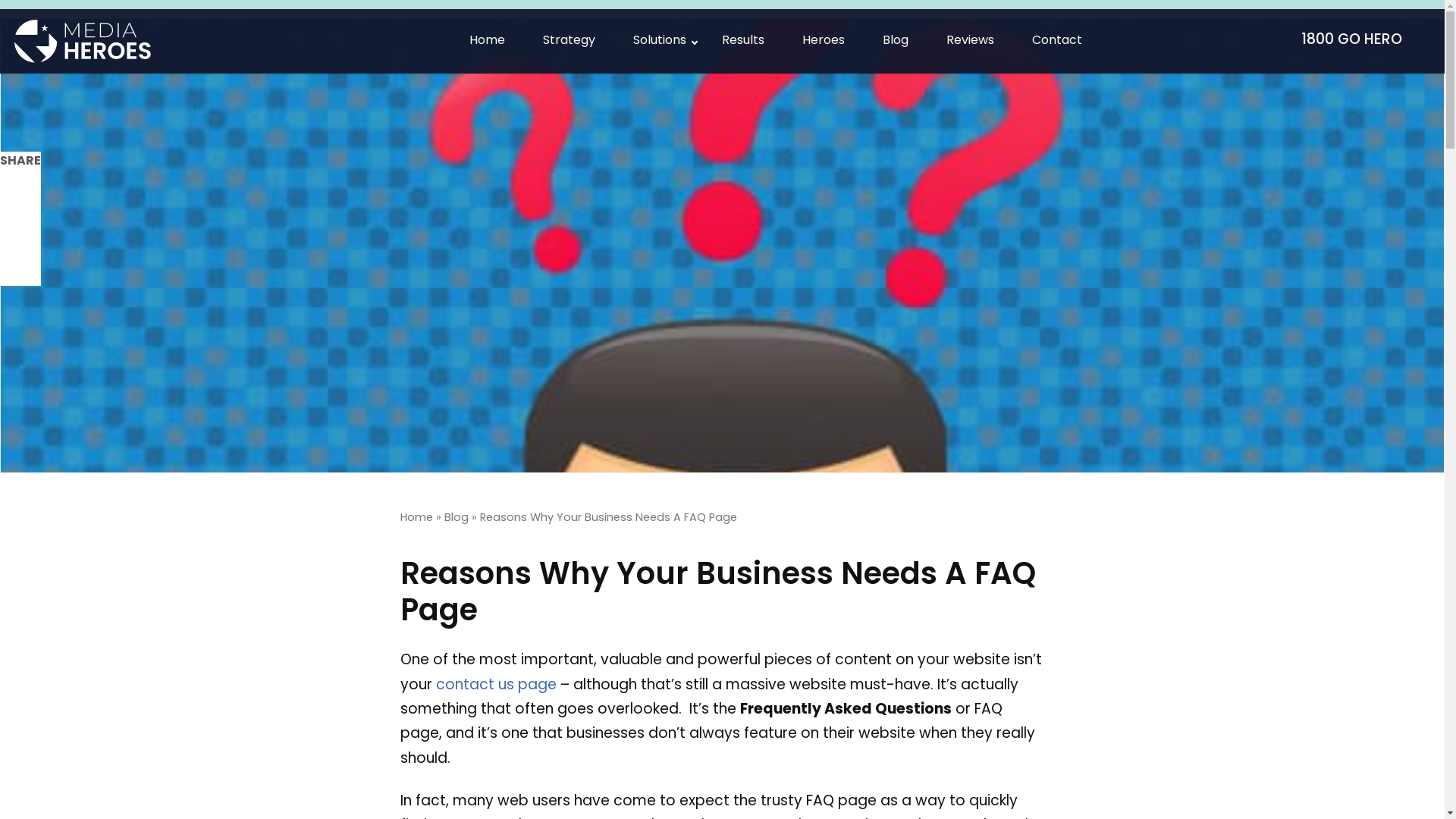 This screenshot has height=819, width=1456. Describe the element at coordinates (568, 40) in the screenshot. I see `'Strategy'` at that location.